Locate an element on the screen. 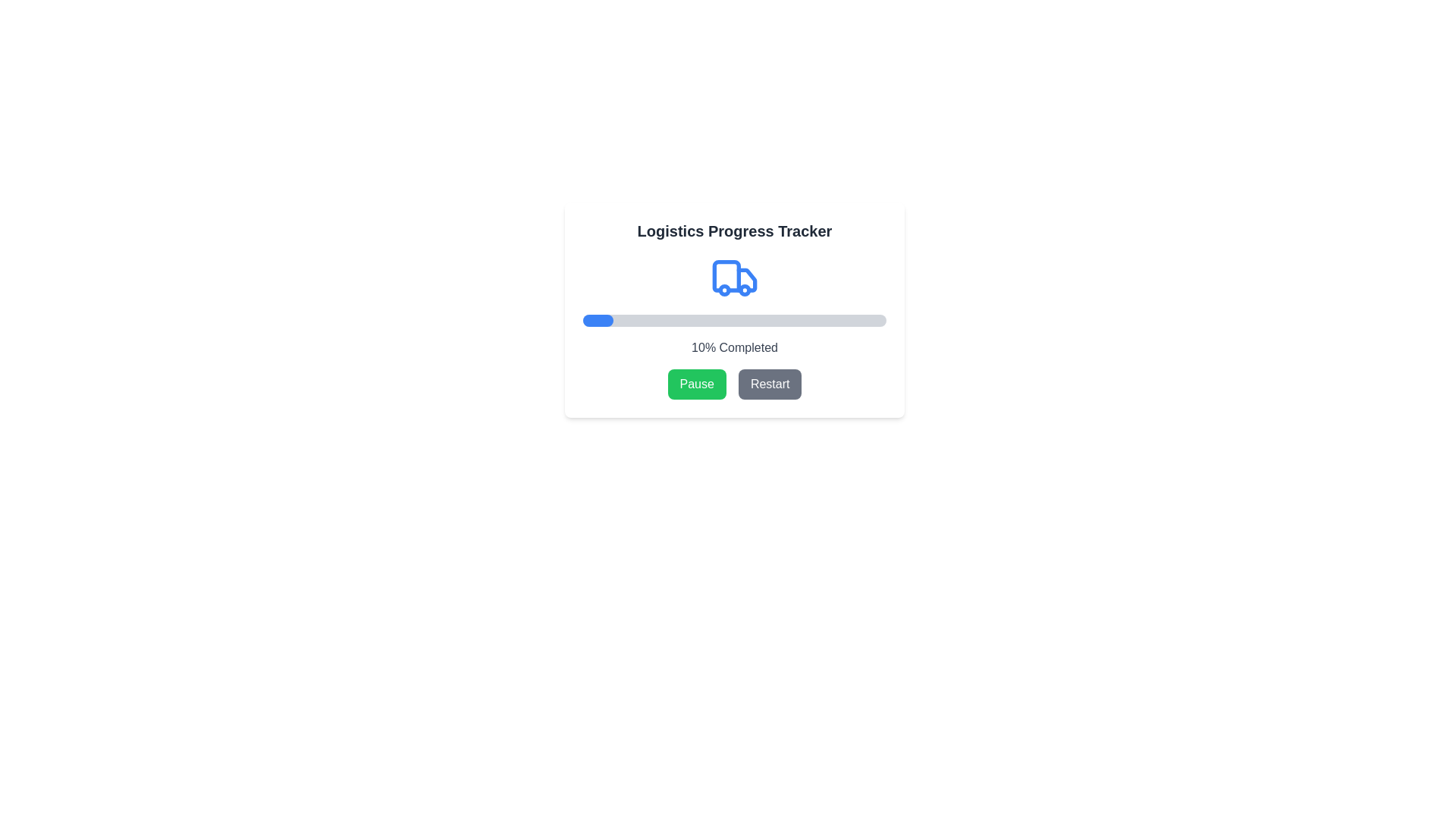 The height and width of the screenshot is (819, 1456). the logistics-themed icon located centrally below the title 'Logistics Progress Tracker' and above the progress bar, identifiable by its distinct blue color is located at coordinates (735, 278).